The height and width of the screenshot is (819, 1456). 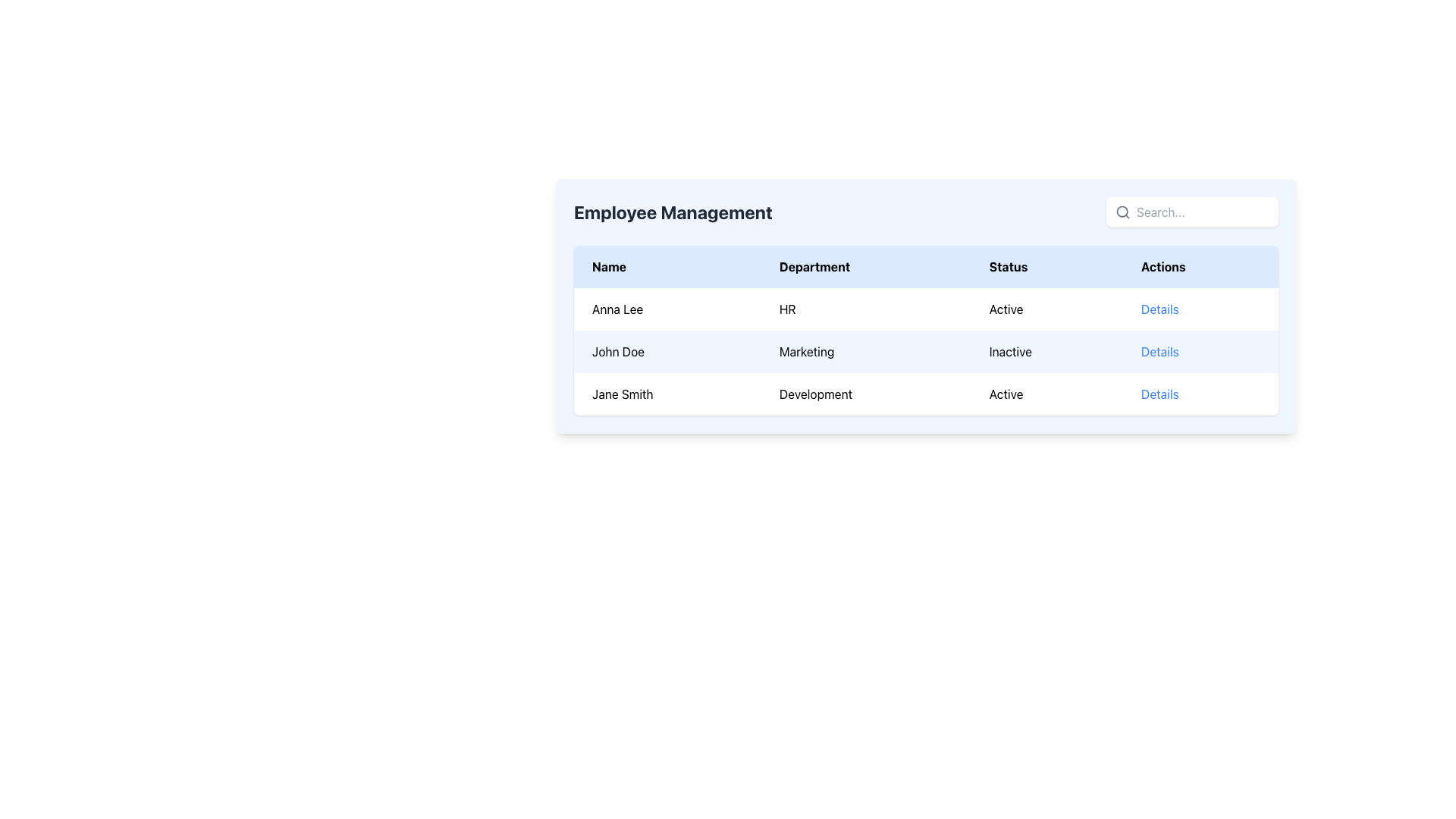 I want to click on the second row in the employee table displaying information about John Doe, which includes the 'Details' link and is highlighted with an alternating background color, so click(x=925, y=351).